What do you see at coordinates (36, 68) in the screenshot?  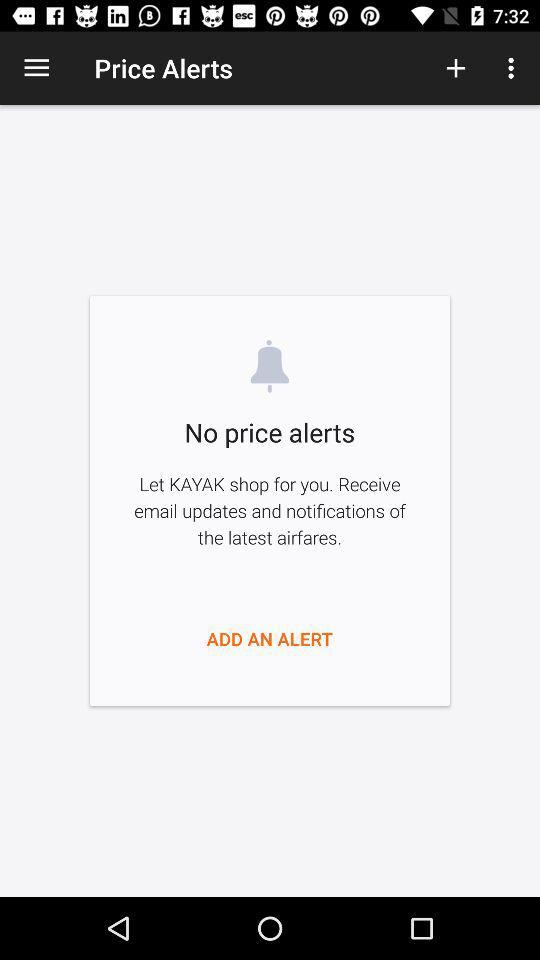 I see `the item to the left of price alerts icon` at bounding box center [36, 68].